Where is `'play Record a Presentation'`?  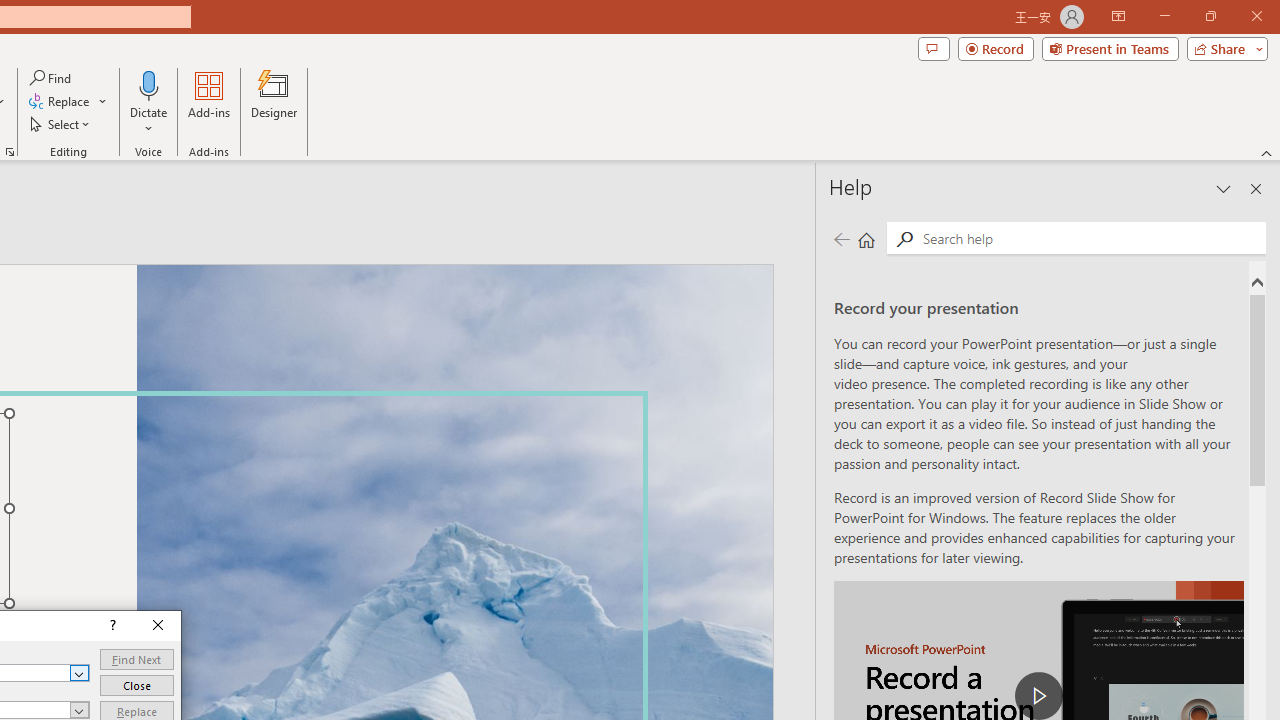
'play Record a Presentation' is located at coordinates (1038, 694).